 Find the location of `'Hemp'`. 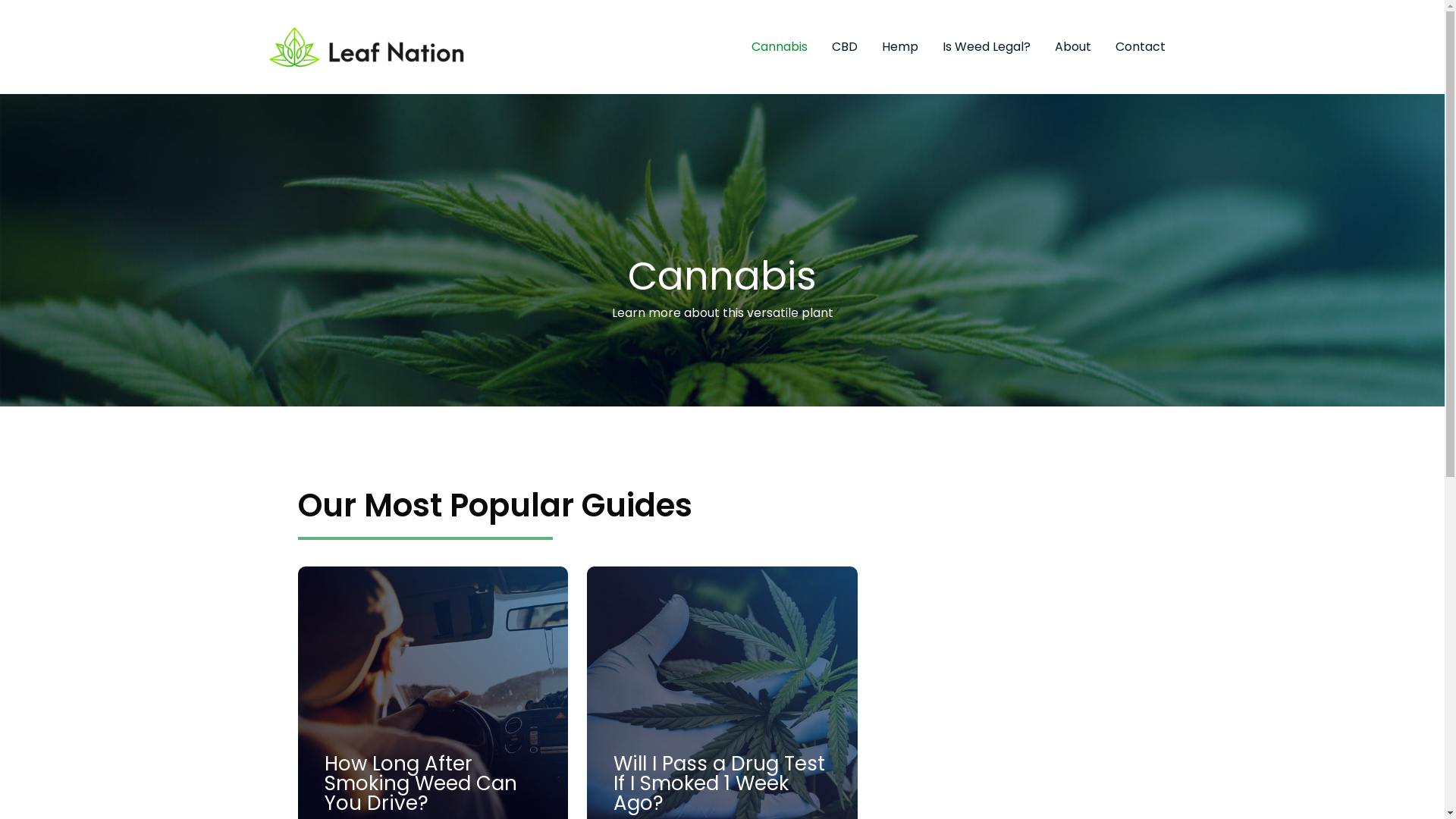

'Hemp' is located at coordinates (899, 45).